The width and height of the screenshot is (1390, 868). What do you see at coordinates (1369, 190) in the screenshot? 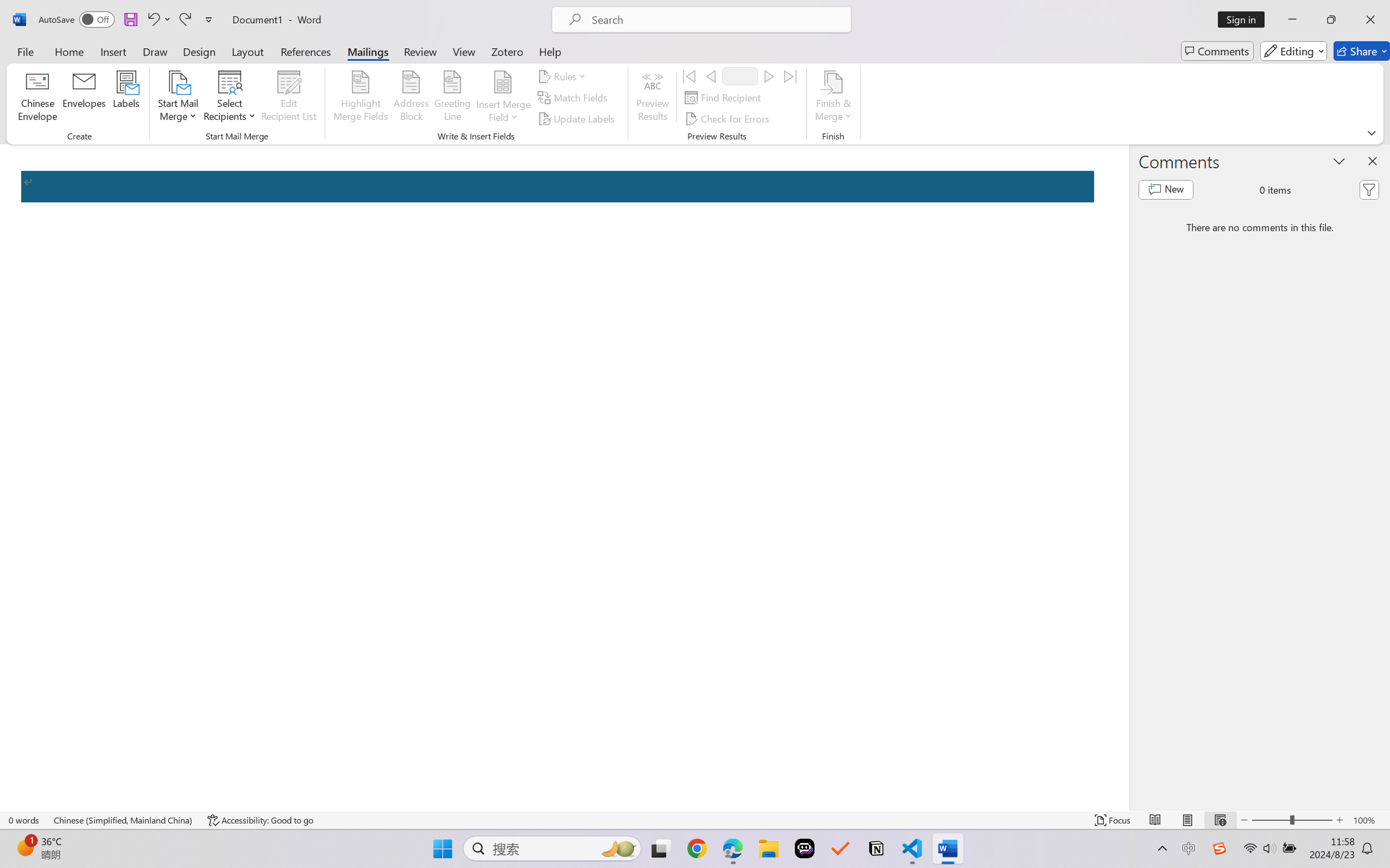
I see `'Filter'` at bounding box center [1369, 190].